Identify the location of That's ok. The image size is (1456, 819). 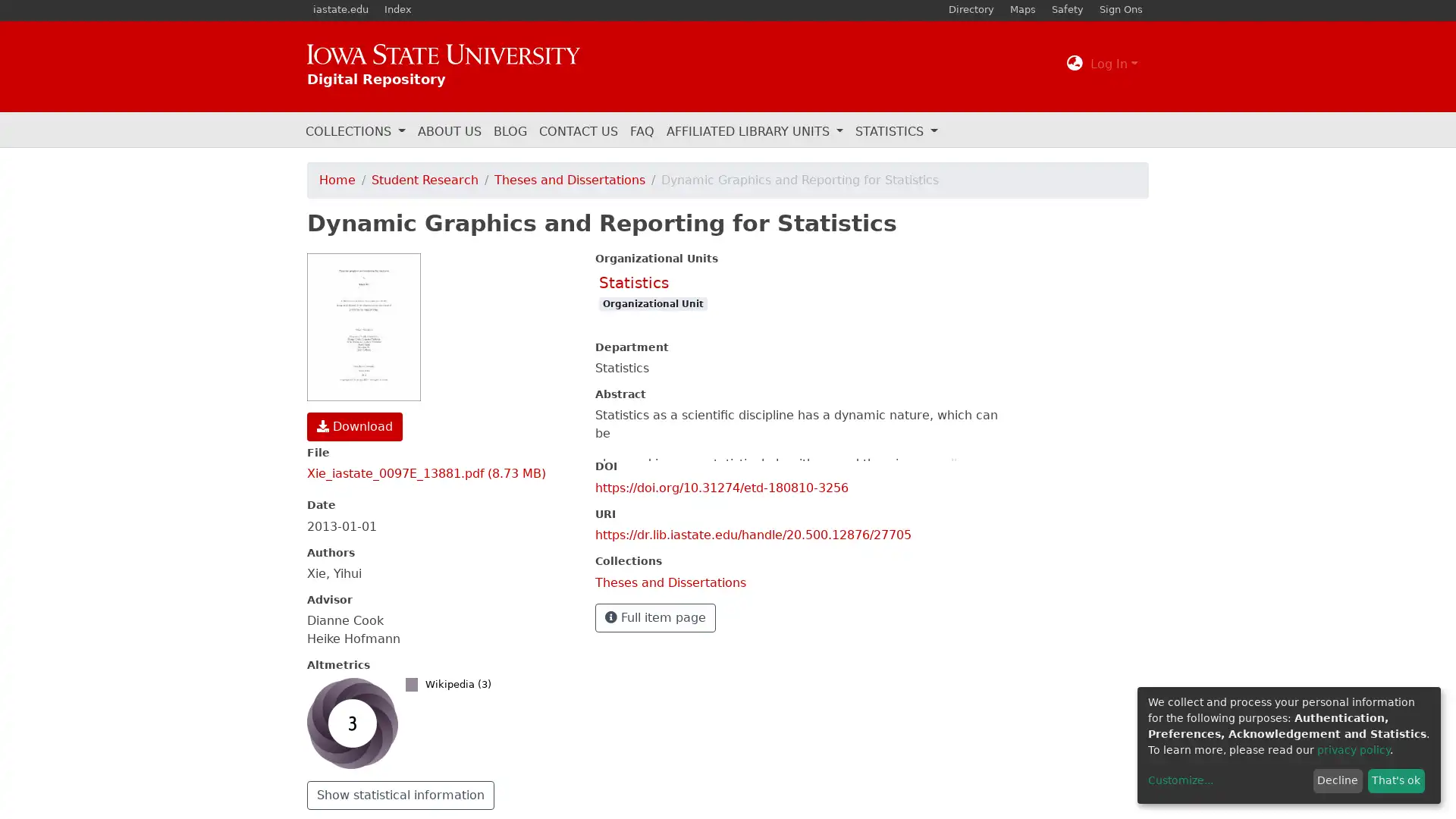
(1395, 780).